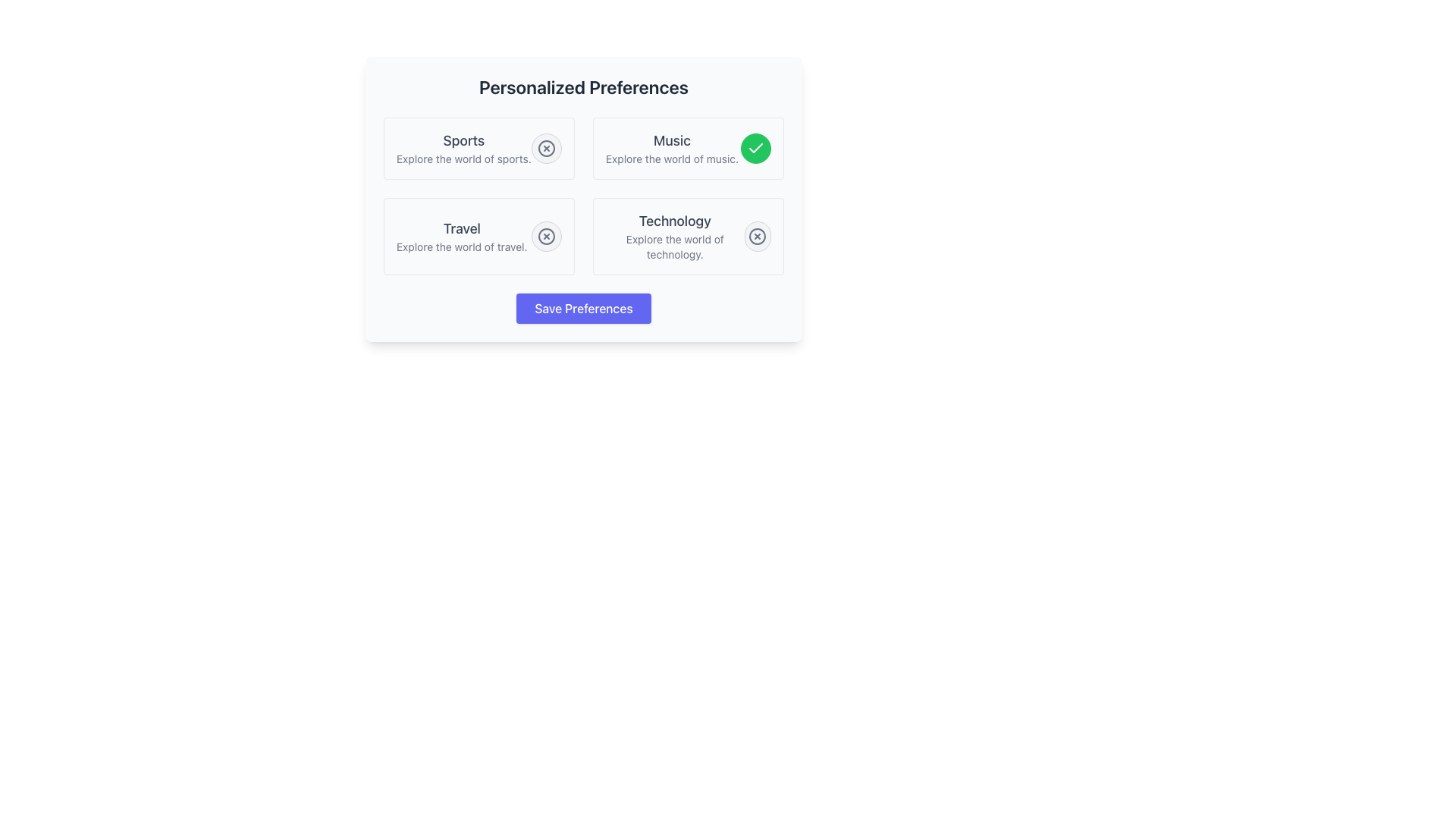 The height and width of the screenshot is (819, 1456). What do you see at coordinates (461, 237) in the screenshot?
I see `title and subtitle of the static label located in the travel preferences card, positioned in the second row and first column of a 2x2 grid layout` at bounding box center [461, 237].